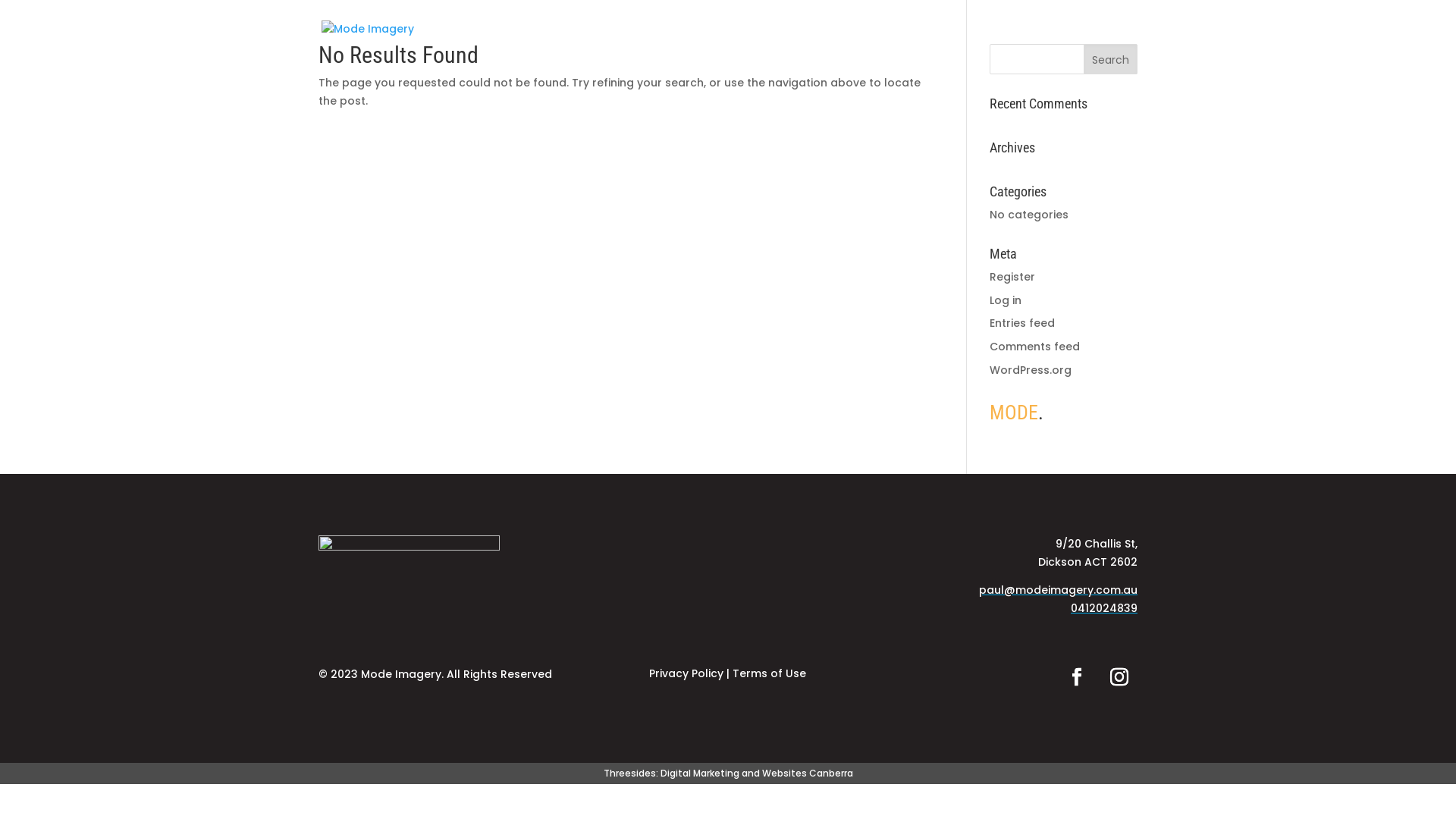 The image size is (1456, 819). Describe the element at coordinates (1076, 676) in the screenshot. I see `'Follow on Facebook'` at that location.